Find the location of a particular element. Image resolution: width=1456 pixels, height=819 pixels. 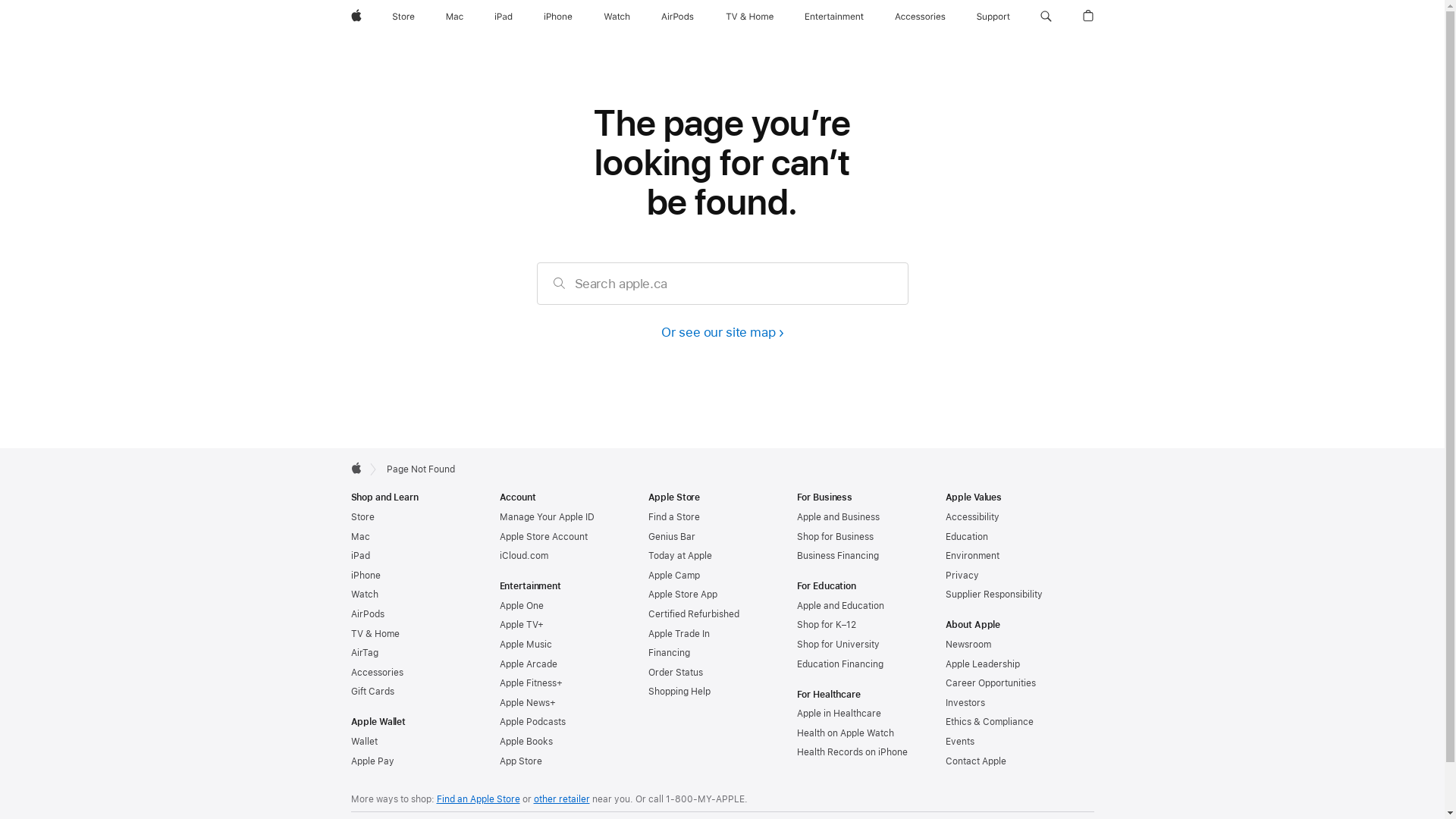

'Apple Podcasts' is located at coordinates (532, 721).